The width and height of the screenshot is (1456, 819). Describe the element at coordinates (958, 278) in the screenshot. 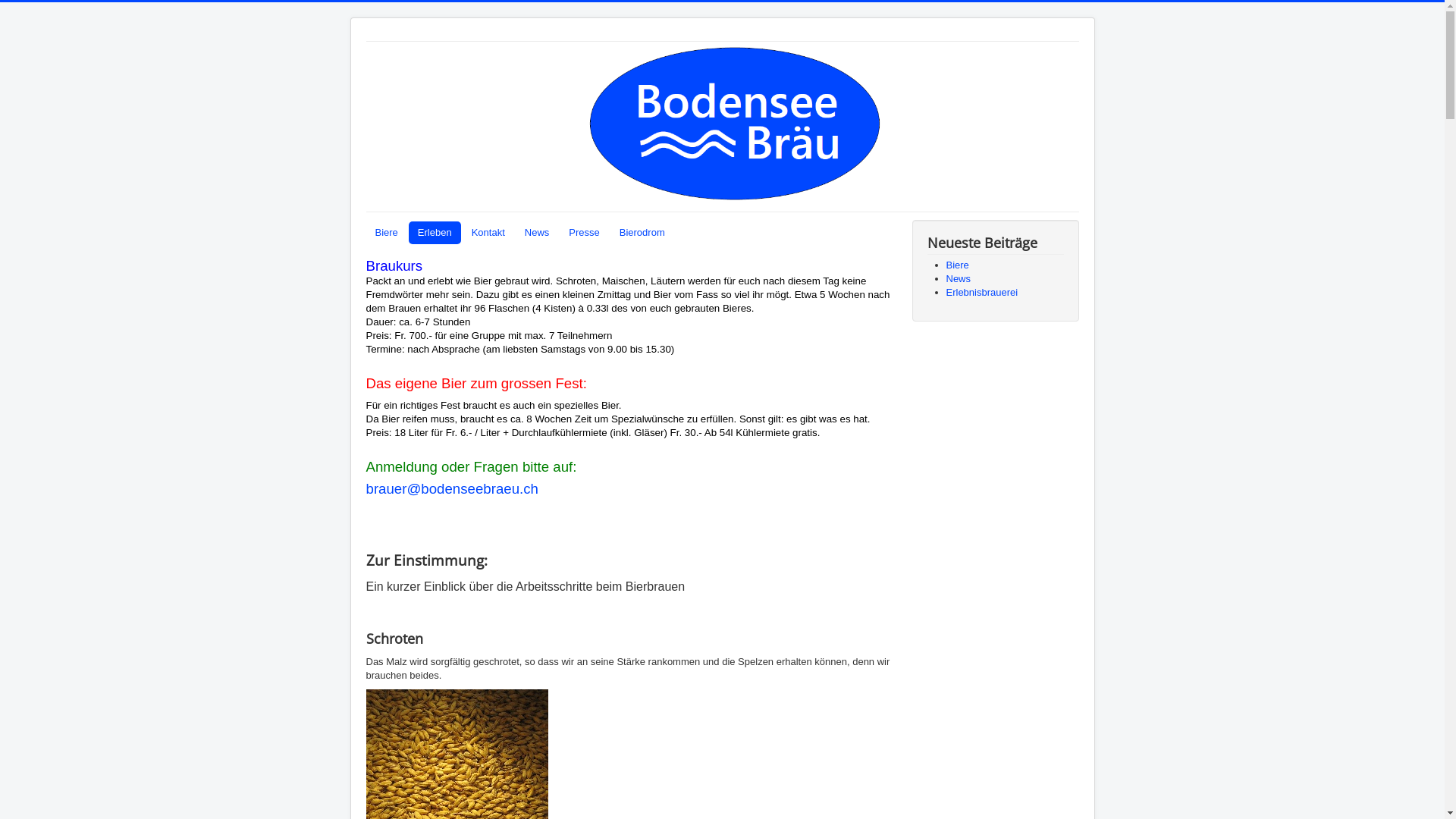

I see `'News'` at that location.